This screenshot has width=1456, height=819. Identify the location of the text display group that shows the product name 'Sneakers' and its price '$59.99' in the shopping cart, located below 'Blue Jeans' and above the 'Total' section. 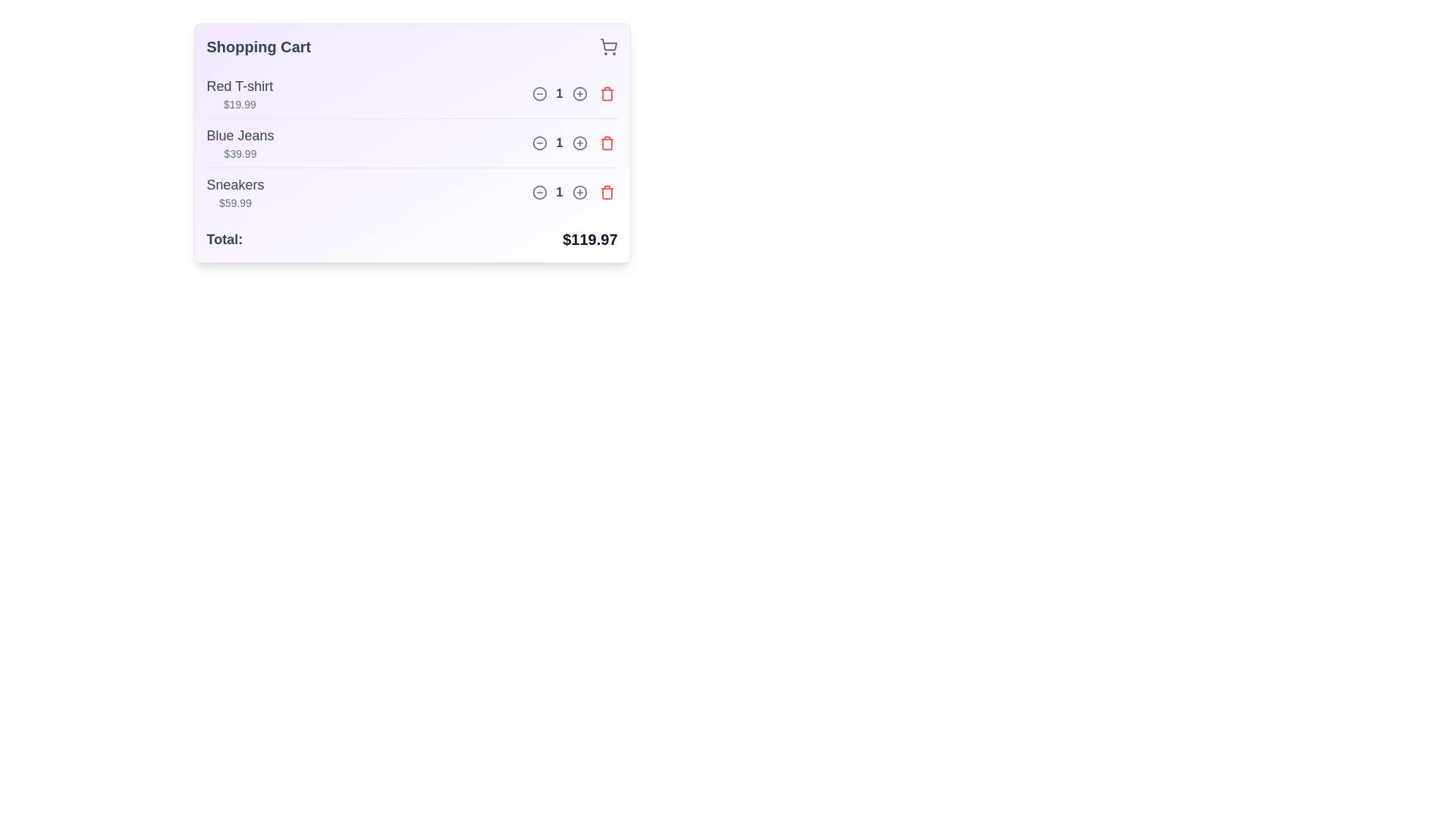
(234, 192).